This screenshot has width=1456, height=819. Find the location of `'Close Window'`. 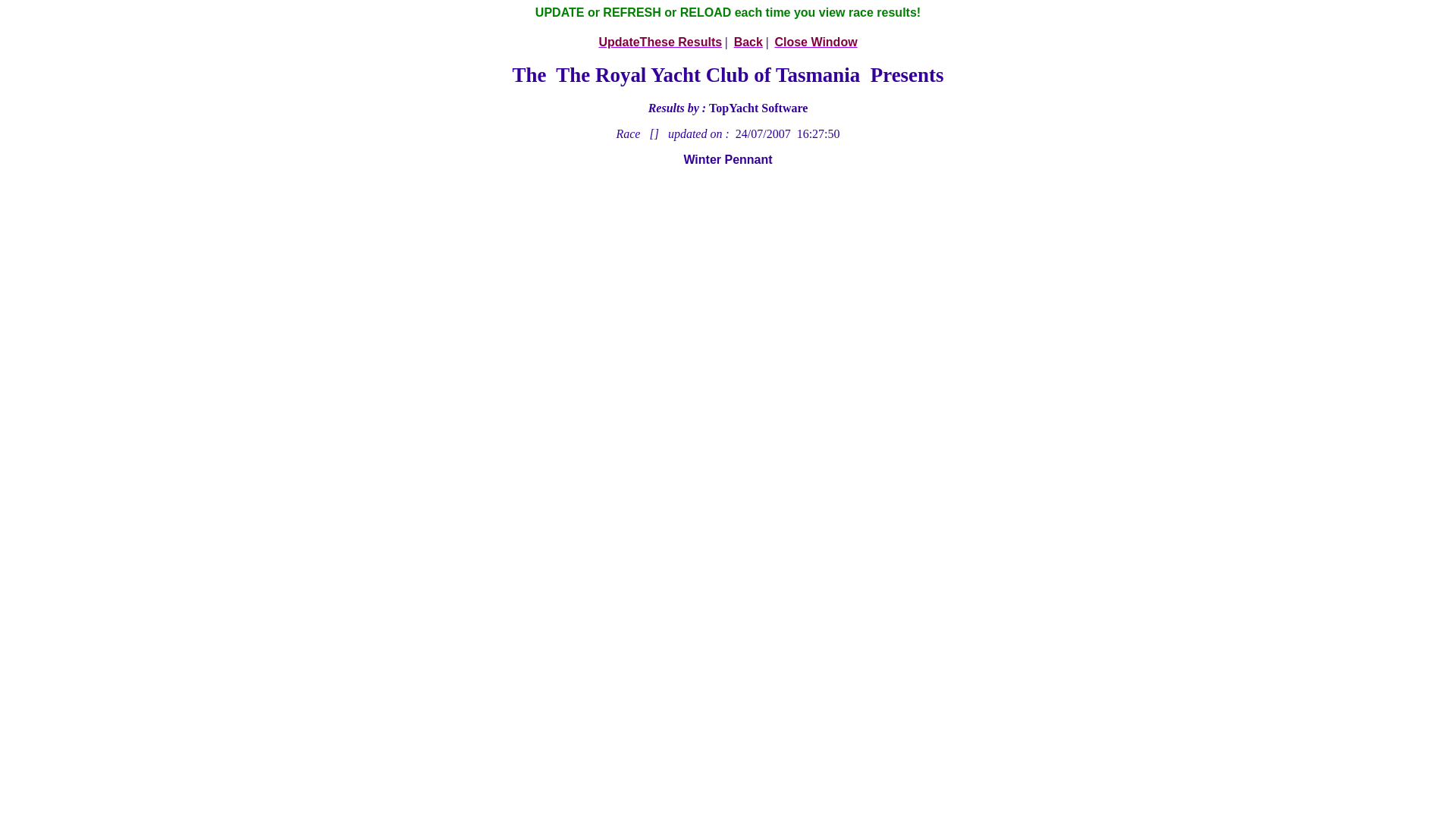

'Close Window' is located at coordinates (814, 41).